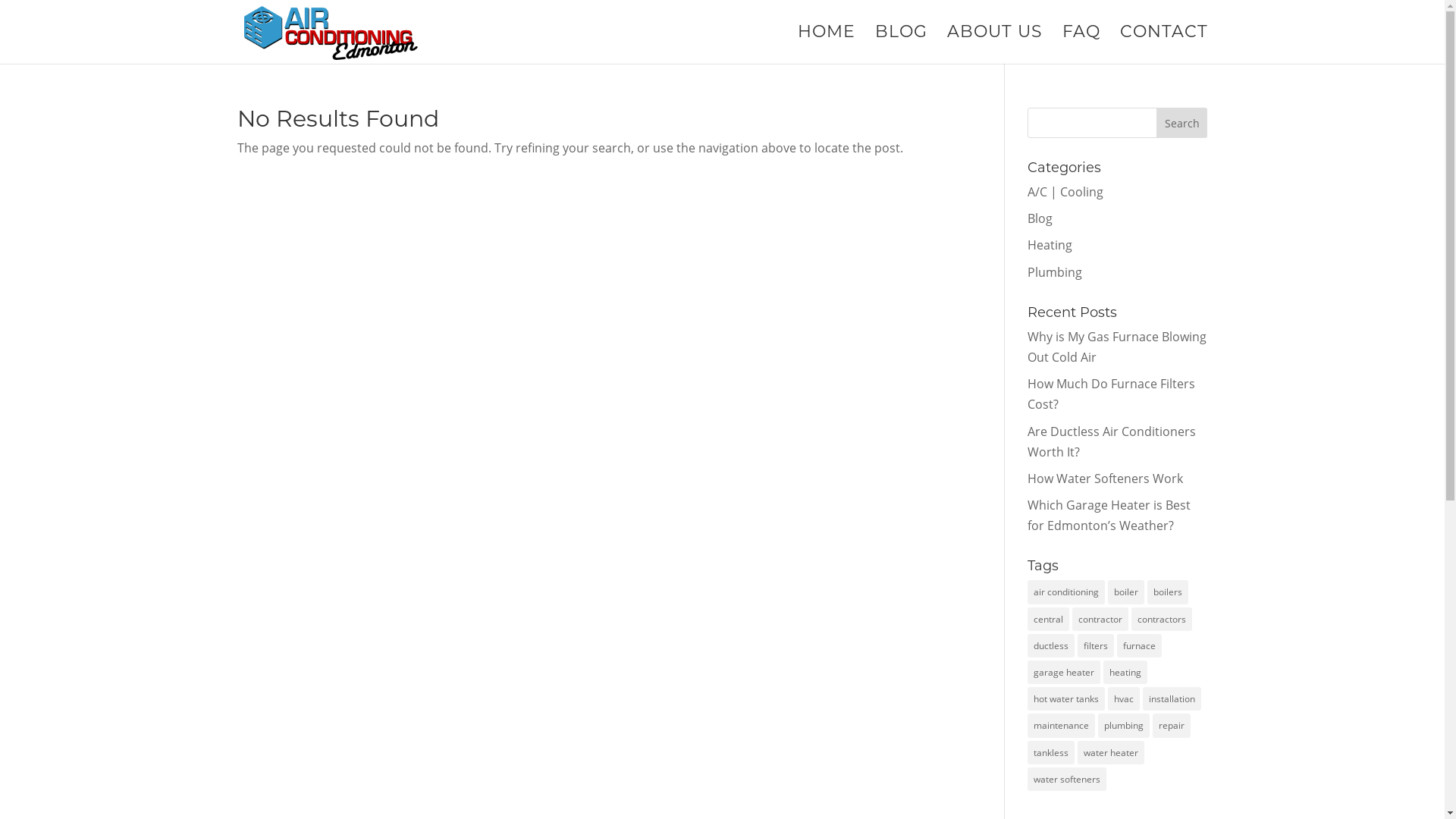  Describe the element at coordinates (1027, 347) in the screenshot. I see `'Why is My Gas Furnace Blowing Out Cold Air'` at that location.